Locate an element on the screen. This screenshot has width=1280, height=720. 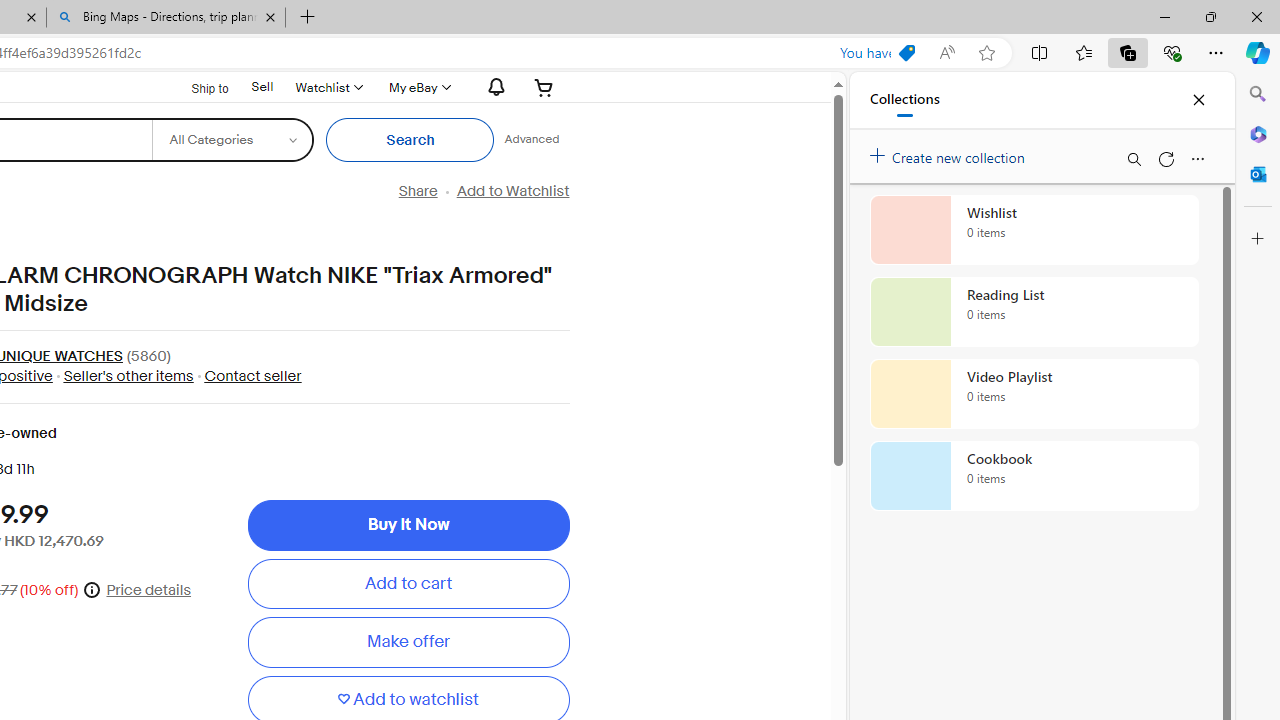
'Seller' is located at coordinates (127, 375).